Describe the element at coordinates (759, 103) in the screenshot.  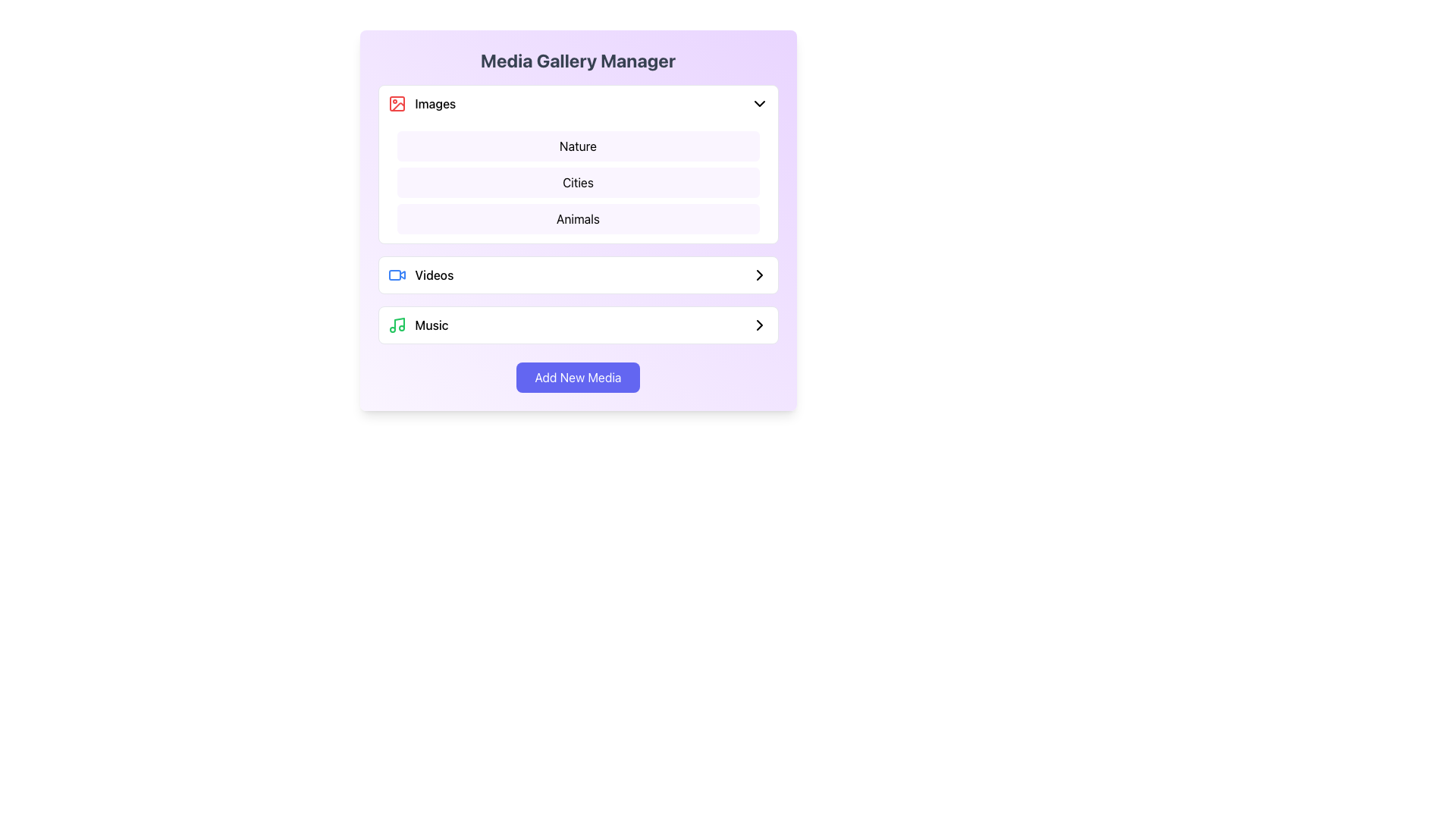
I see `the Dropdown Indicator Icon, which is an SVG downward chevron located on the right side of the 'Images' section header` at that location.